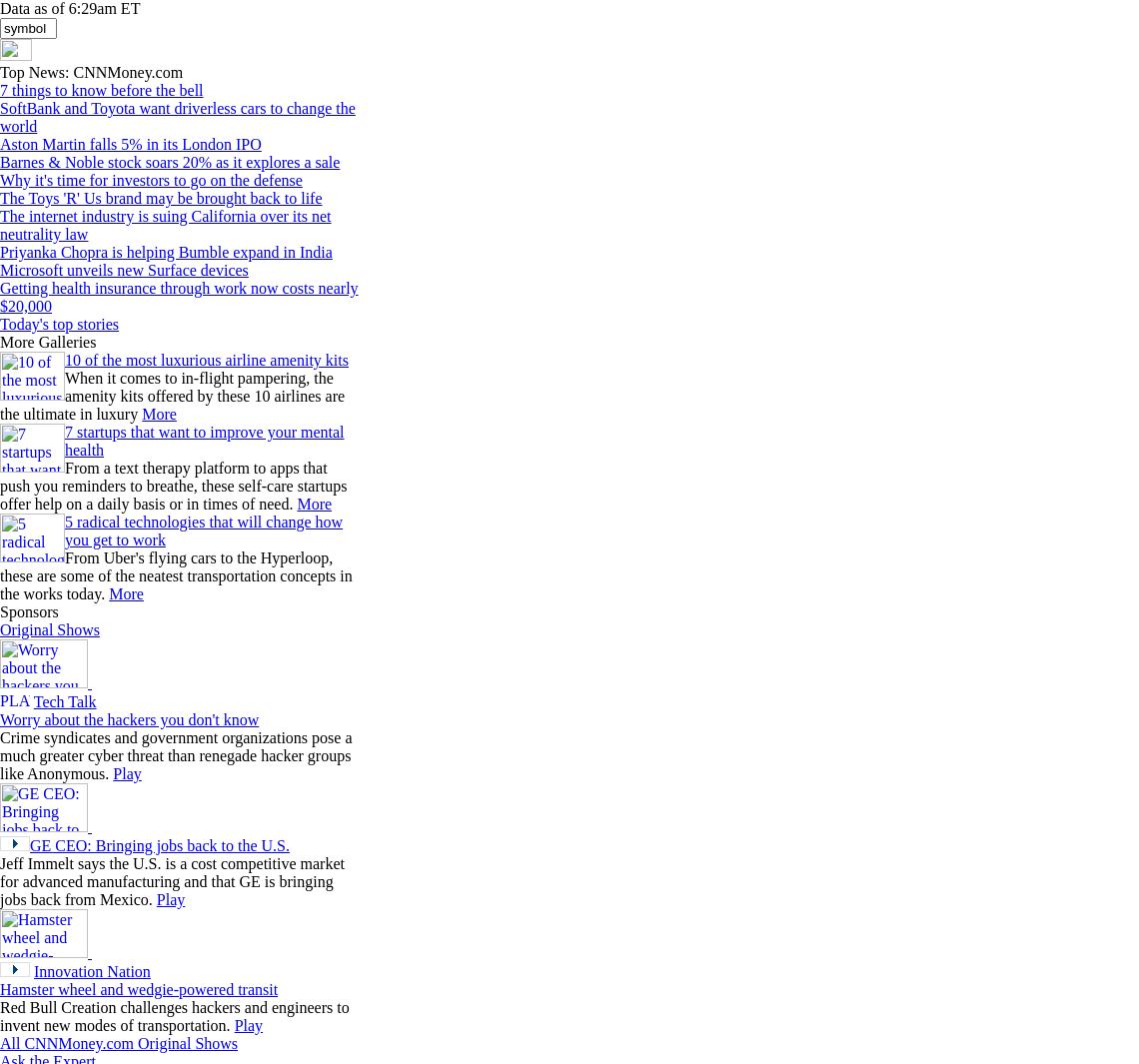 The image size is (1139, 1064). Describe the element at coordinates (172, 395) in the screenshot. I see `'When it comes to in-flight pampering, the amenity kits offered by these 10 airlines are the ultimate in luxury'` at that location.